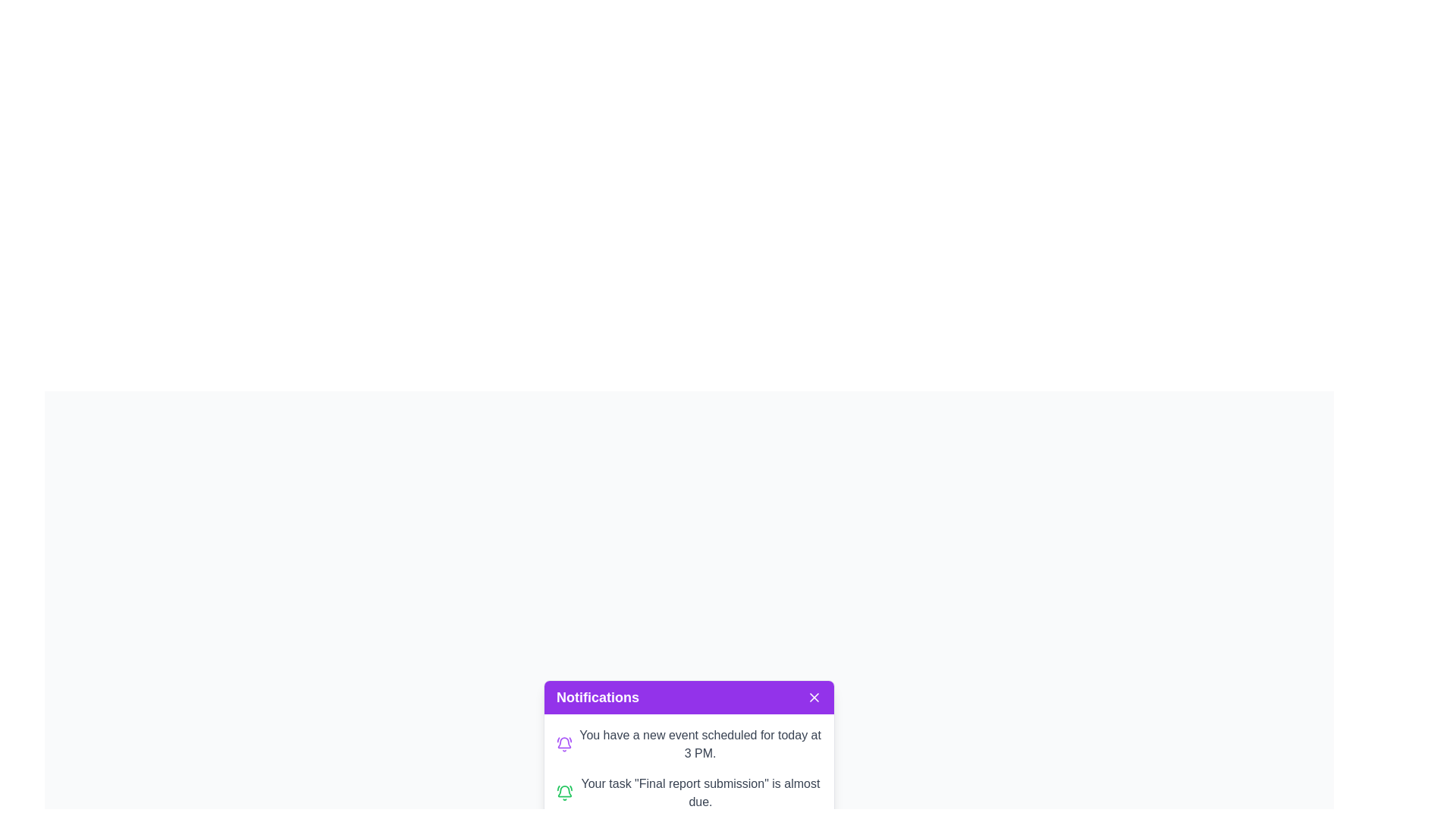 Image resolution: width=1456 pixels, height=819 pixels. I want to click on the 'Notifications' text label, which is styled with a bold font and located in the header section of a notification card against a purple background, so click(597, 697).